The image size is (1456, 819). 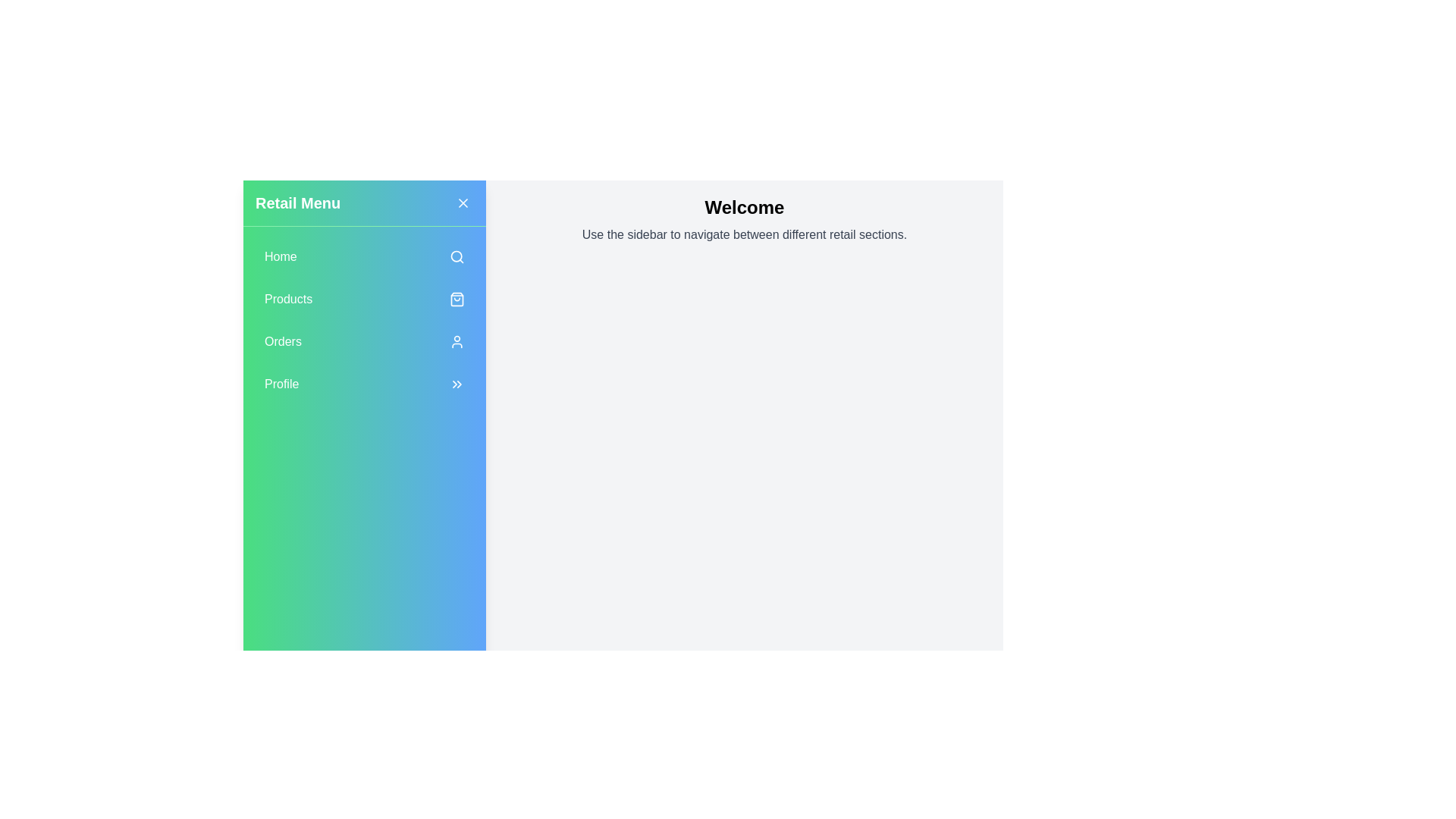 What do you see at coordinates (745, 207) in the screenshot?
I see `the bold, large-sized 'Welcome' text located at the top center of the content section` at bounding box center [745, 207].